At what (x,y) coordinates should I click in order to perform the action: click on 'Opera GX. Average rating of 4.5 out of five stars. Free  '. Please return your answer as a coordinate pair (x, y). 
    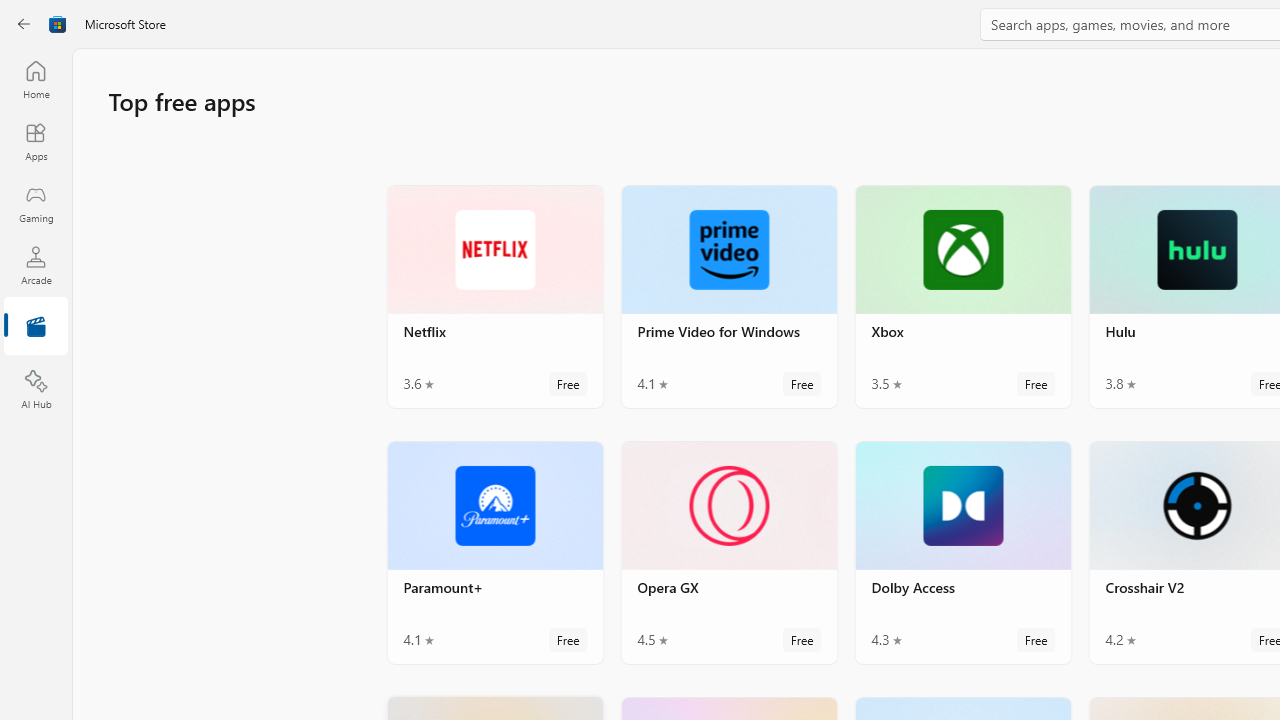
    Looking at the image, I should click on (727, 551).